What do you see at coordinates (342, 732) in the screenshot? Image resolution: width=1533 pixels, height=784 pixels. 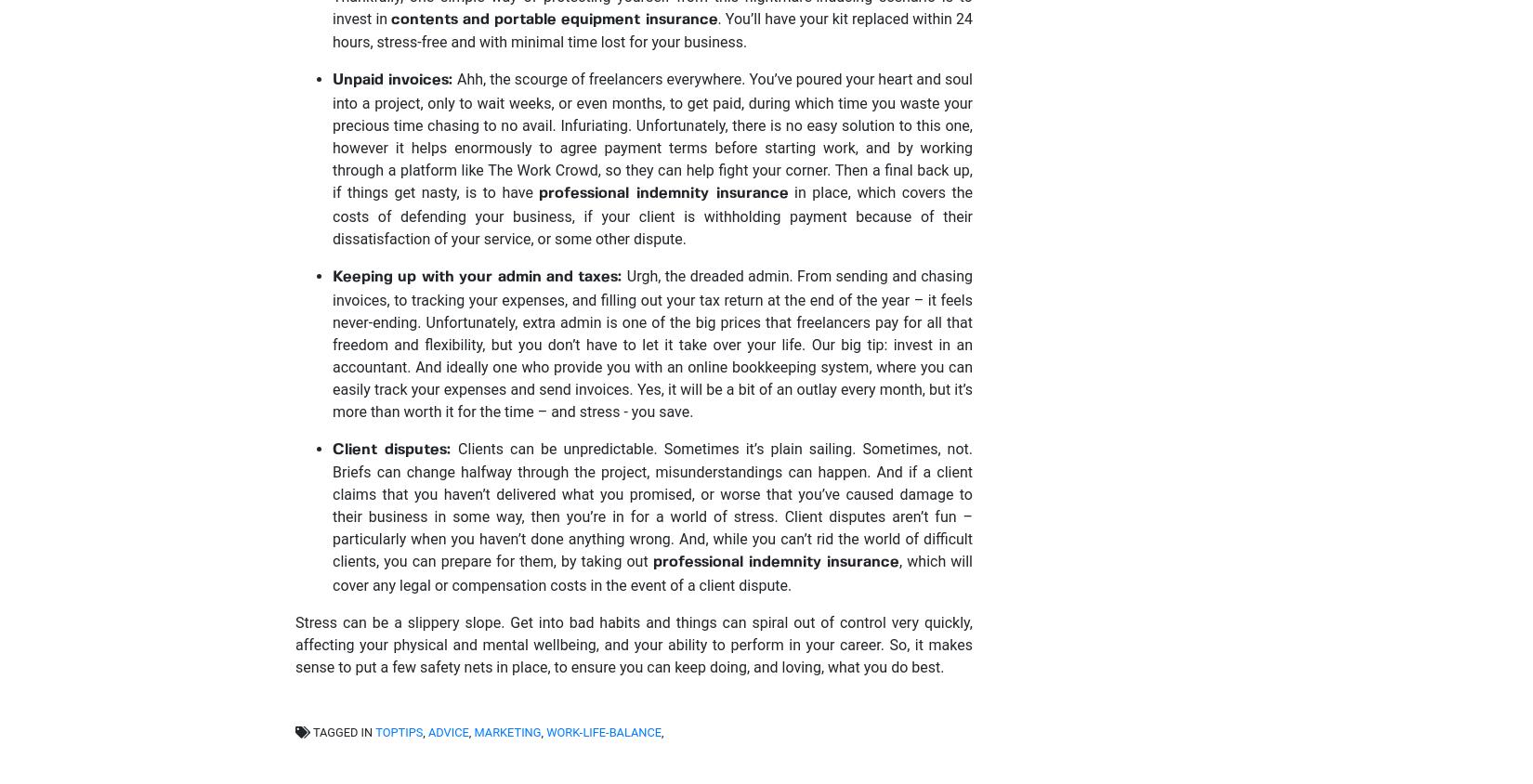 I see `'Tagged in'` at bounding box center [342, 732].